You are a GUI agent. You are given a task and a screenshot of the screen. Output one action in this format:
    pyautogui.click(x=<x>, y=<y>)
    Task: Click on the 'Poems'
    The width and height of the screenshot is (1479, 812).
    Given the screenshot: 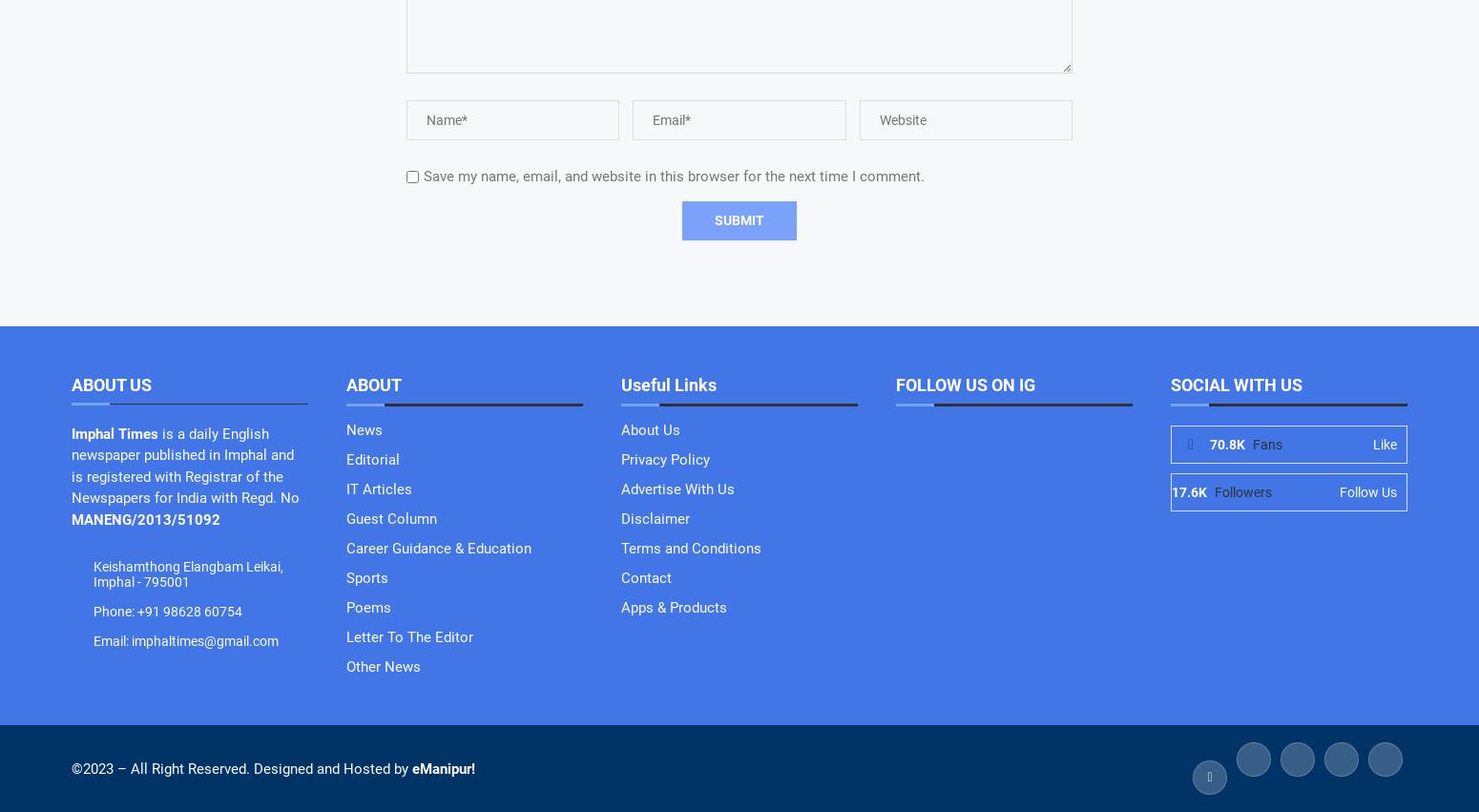 What is the action you would take?
    pyautogui.click(x=345, y=606)
    